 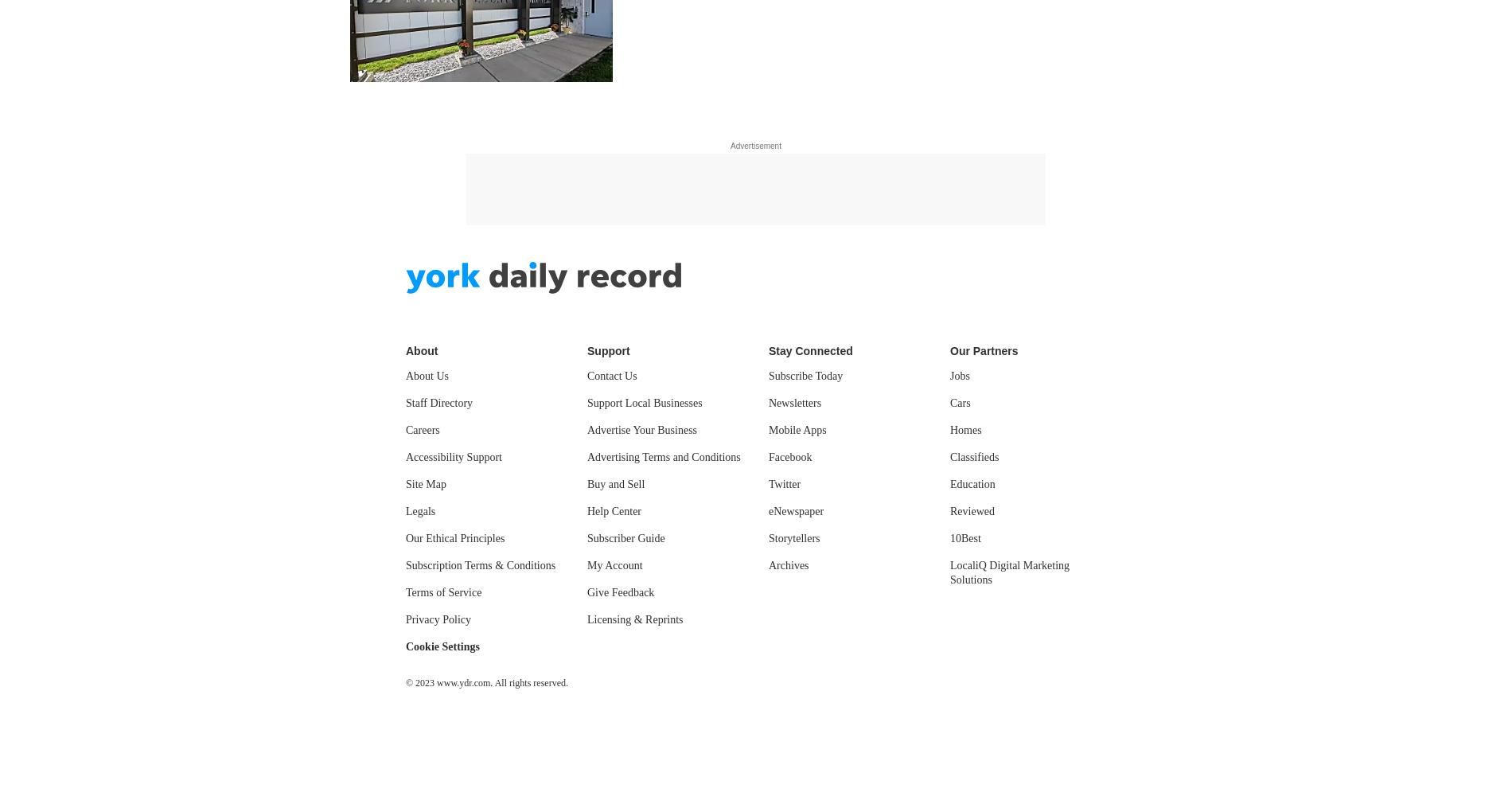 What do you see at coordinates (405, 646) in the screenshot?
I see `'Cookie Settings'` at bounding box center [405, 646].